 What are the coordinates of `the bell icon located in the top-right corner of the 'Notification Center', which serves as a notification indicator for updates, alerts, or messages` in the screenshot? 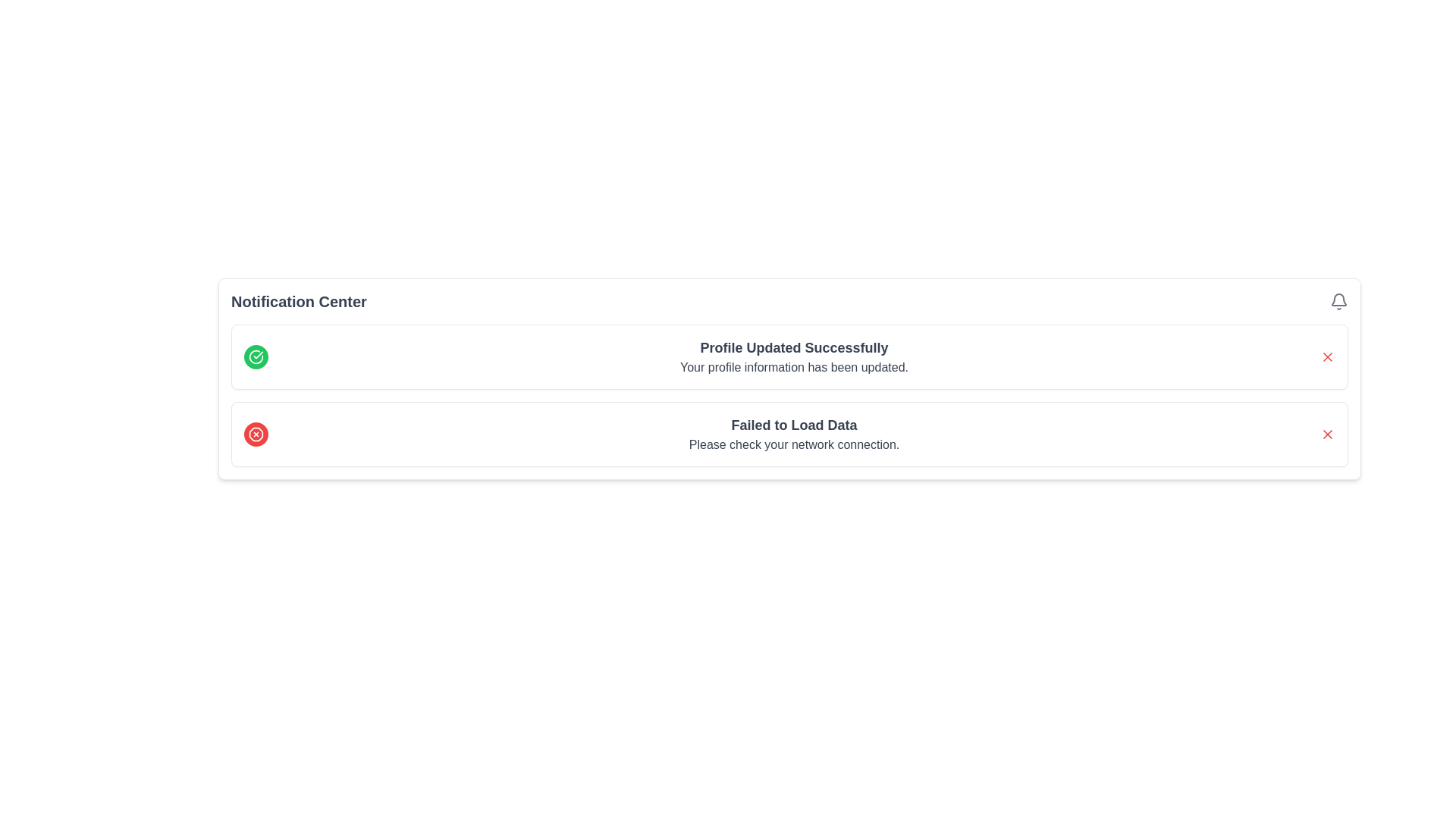 It's located at (1339, 301).